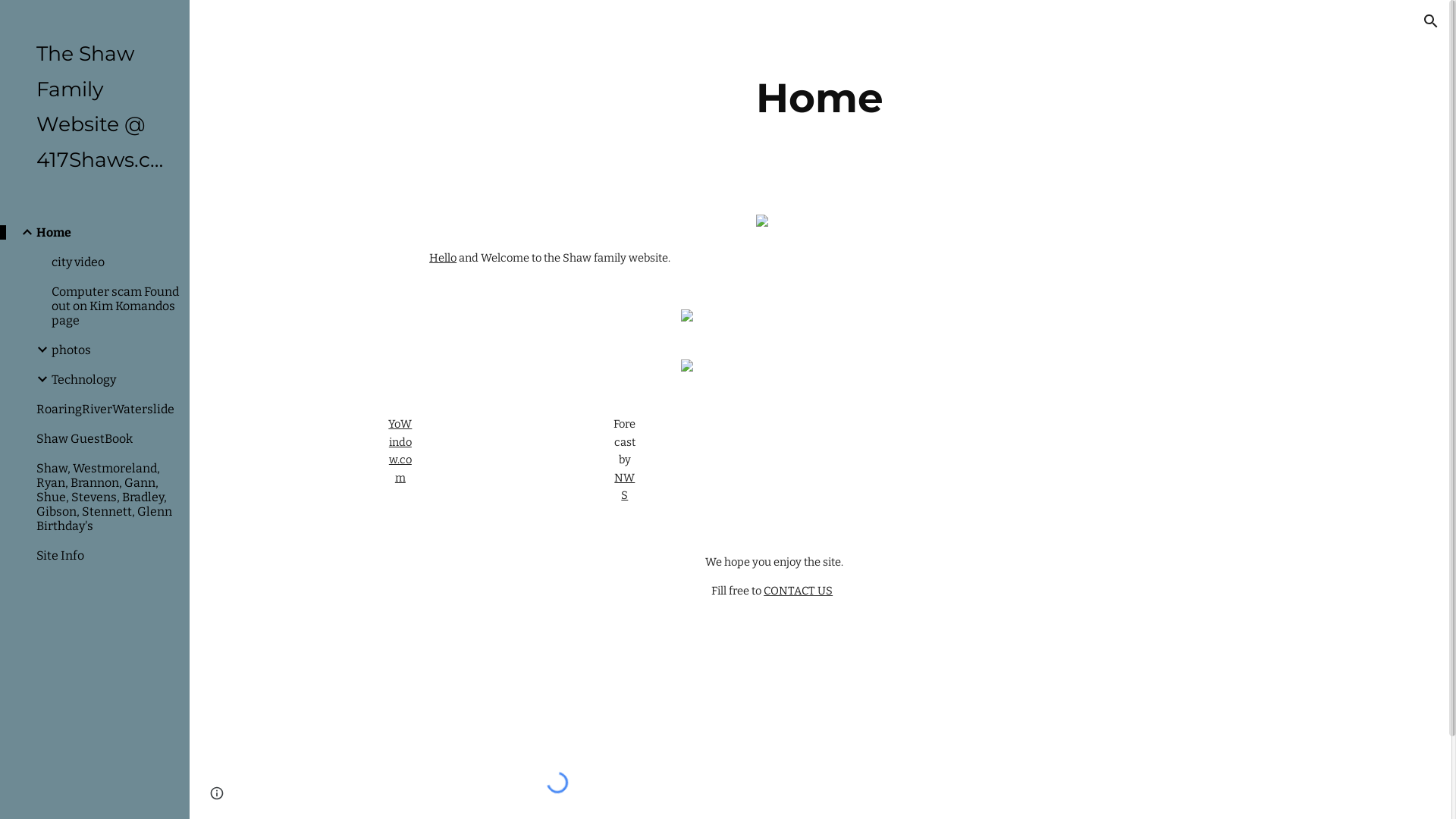 The image size is (1456, 819). I want to click on 'city video', so click(113, 261).